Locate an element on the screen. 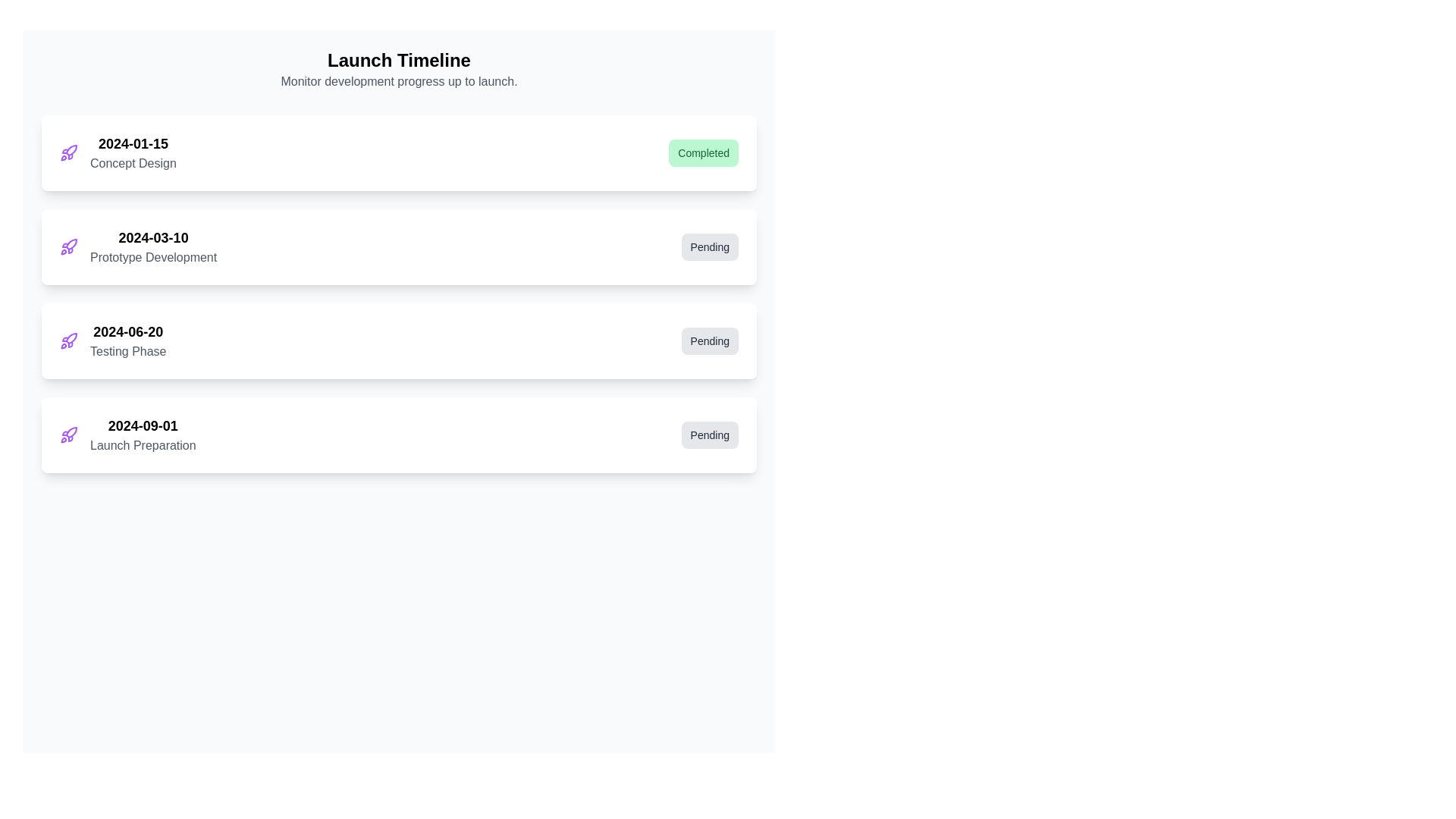 This screenshot has height=819, width=1456. the date '2024-01-15' or the project title 'Concept Design' in the timeline milestone card for more information is located at coordinates (399, 152).